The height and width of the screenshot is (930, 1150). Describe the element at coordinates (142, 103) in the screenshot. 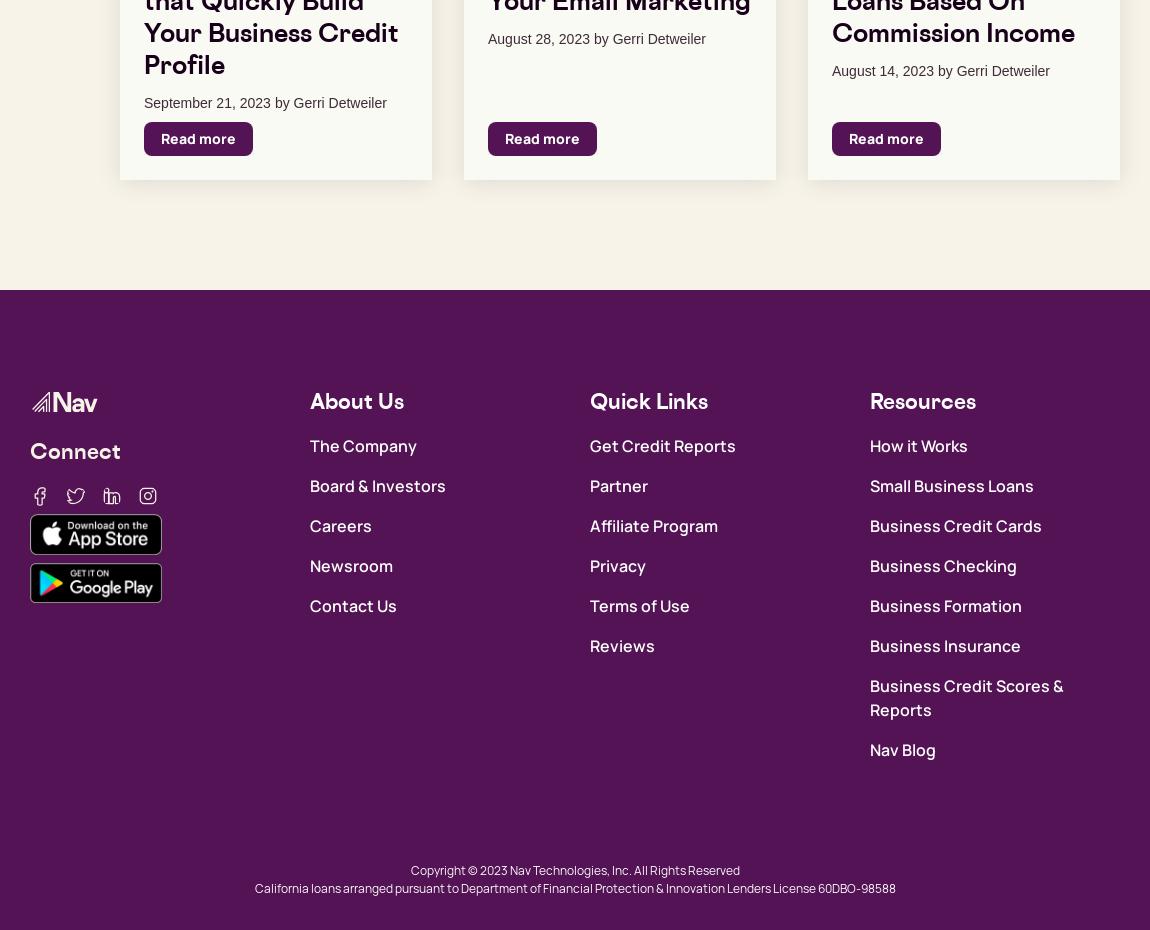

I see `'September 21, 2023'` at that location.